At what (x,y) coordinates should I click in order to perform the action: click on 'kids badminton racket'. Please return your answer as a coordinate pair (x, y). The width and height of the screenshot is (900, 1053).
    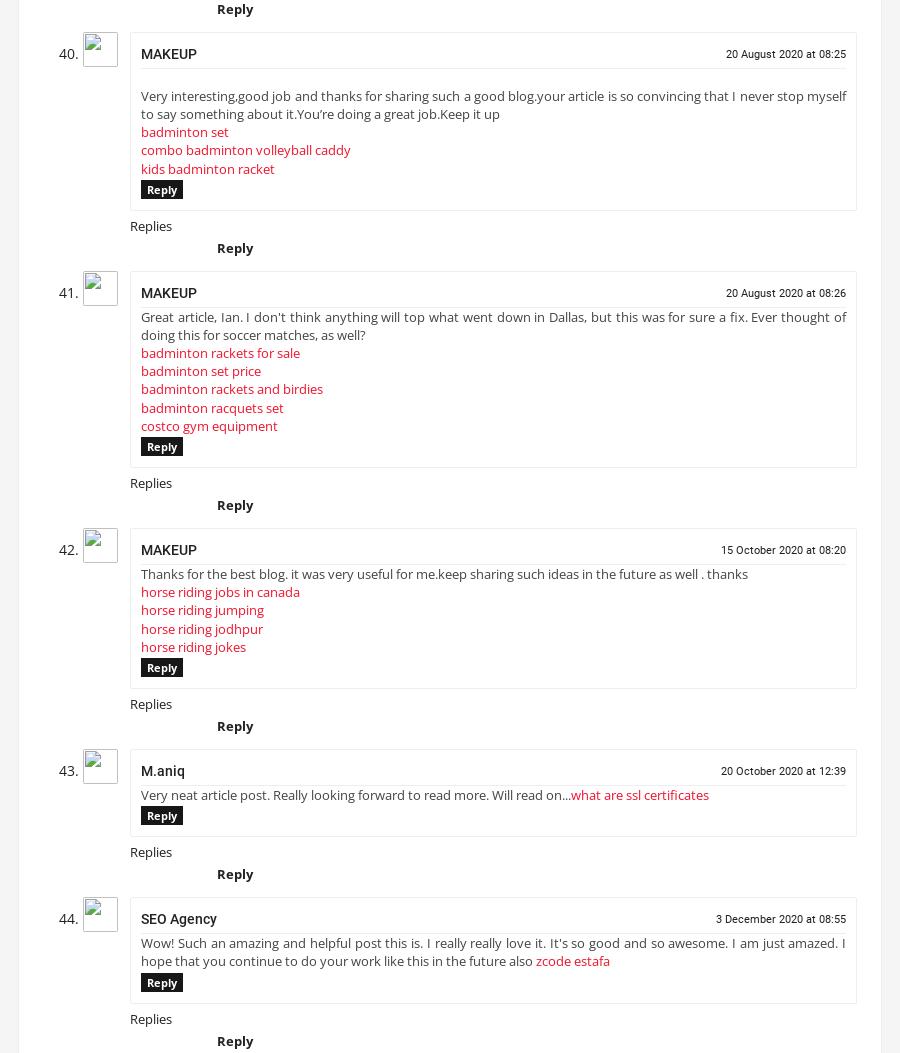
    Looking at the image, I should click on (207, 174).